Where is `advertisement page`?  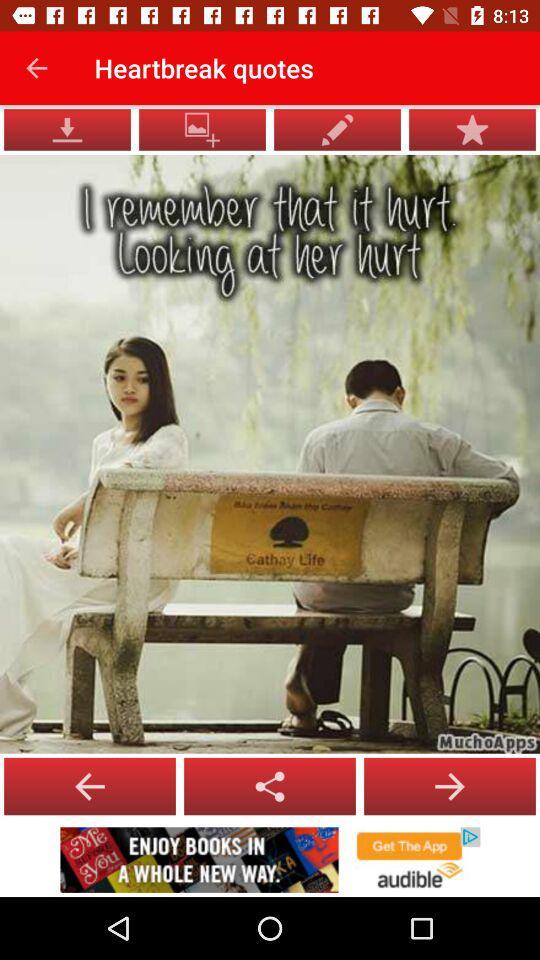 advertisement page is located at coordinates (270, 859).